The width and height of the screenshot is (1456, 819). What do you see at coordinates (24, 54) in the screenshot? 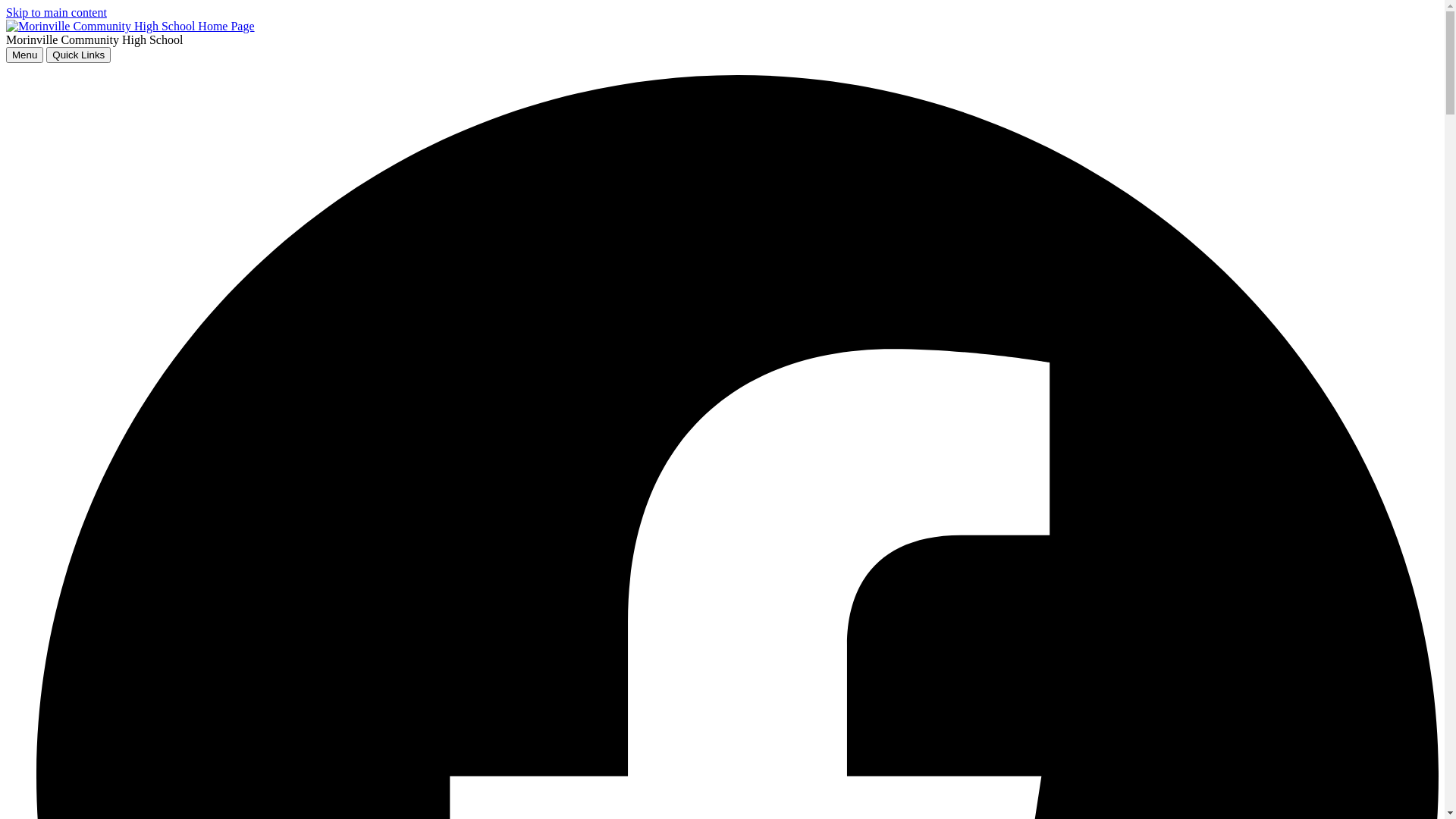
I see `'Menu'` at bounding box center [24, 54].